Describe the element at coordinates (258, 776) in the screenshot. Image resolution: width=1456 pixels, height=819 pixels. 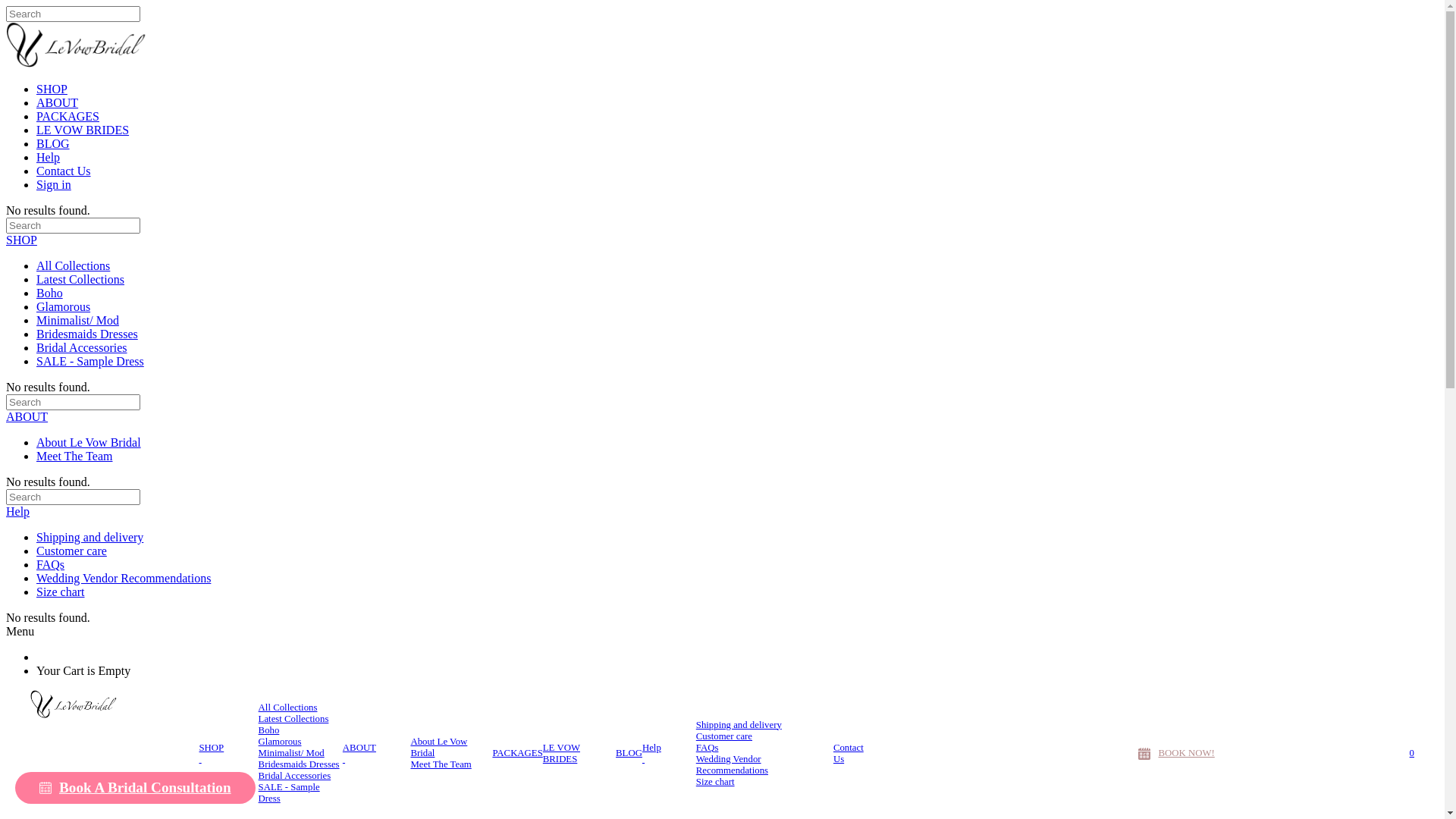
I see `'Bridal Accessories'` at that location.